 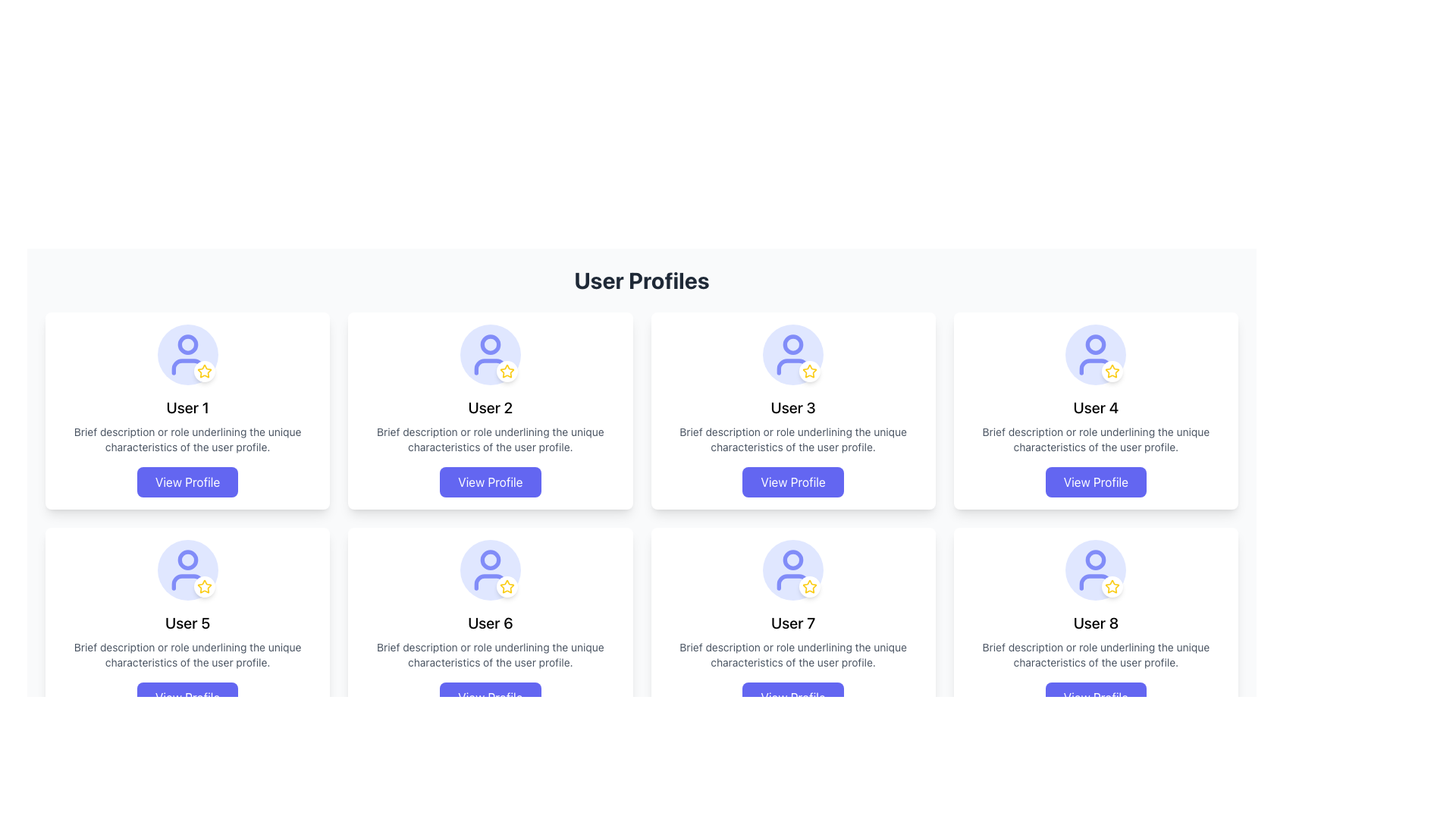 What do you see at coordinates (1096, 698) in the screenshot?
I see `the button located at the bottom-right corner of the grid layout` at bounding box center [1096, 698].